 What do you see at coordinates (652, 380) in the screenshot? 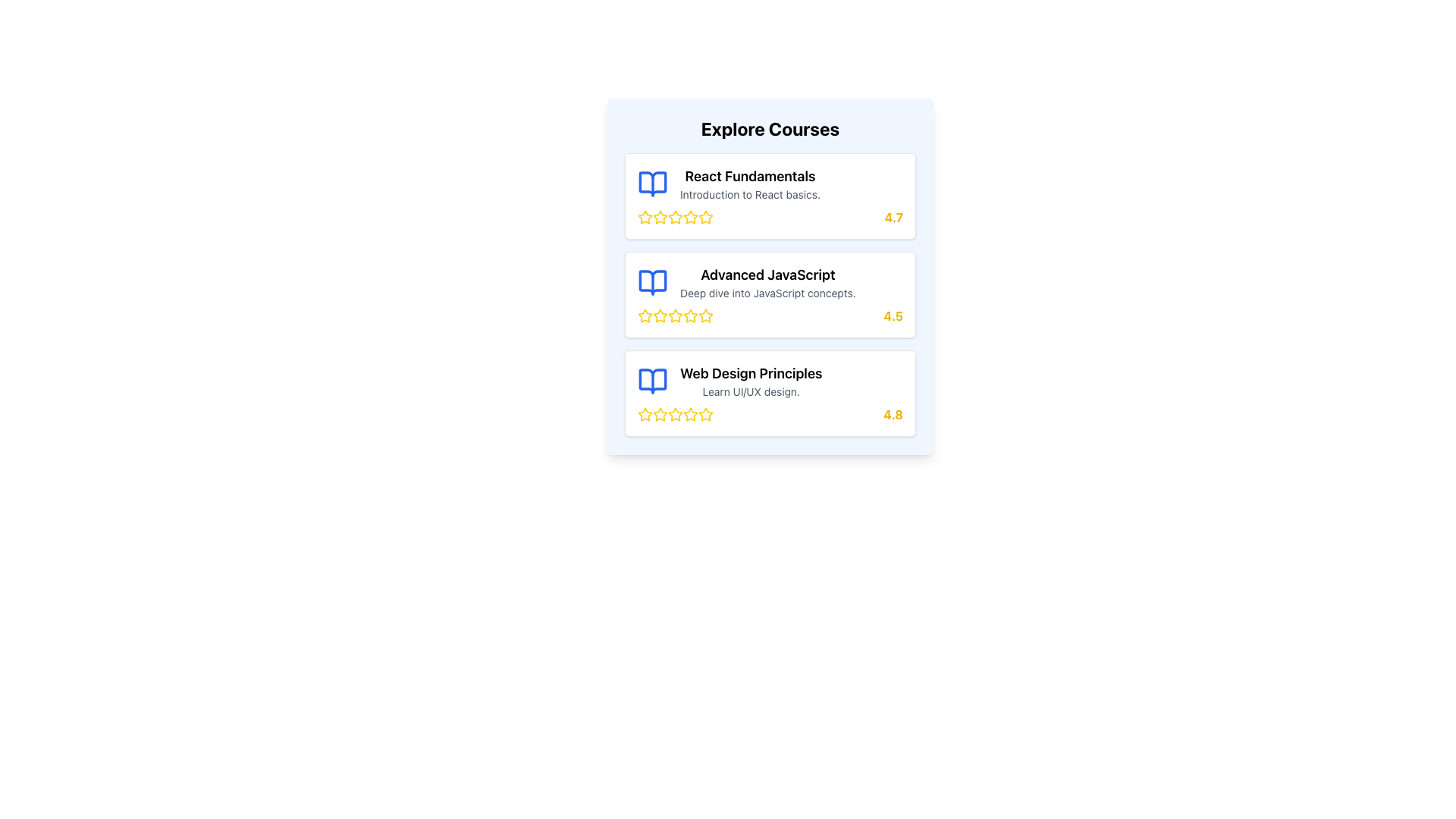
I see `the book icon with a blue outline, which is located to the left of the 'Web Design Principles' title in the course card layout` at bounding box center [652, 380].